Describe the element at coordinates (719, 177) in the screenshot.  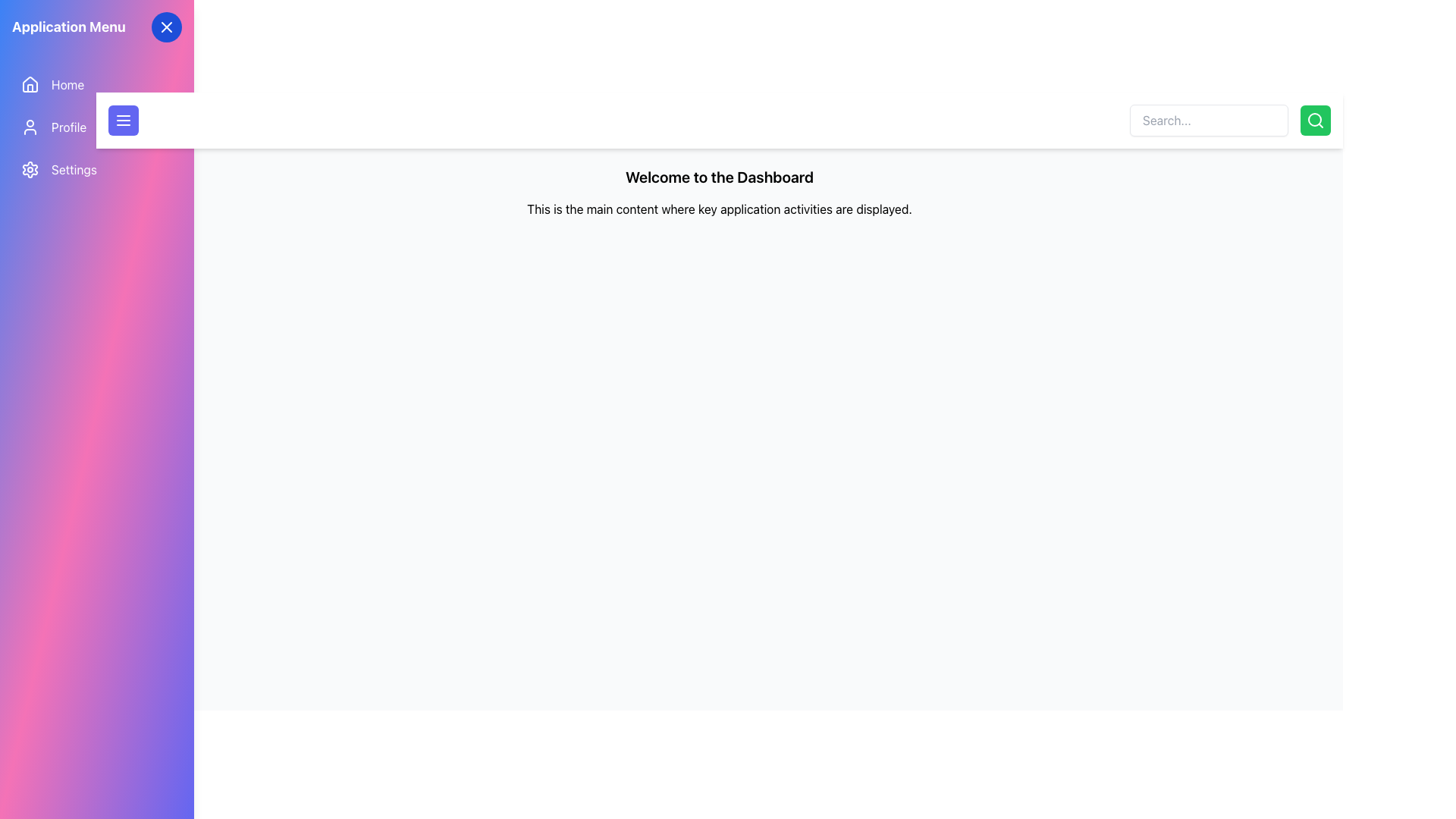
I see `the welcoming header text that introduces the user` at that location.